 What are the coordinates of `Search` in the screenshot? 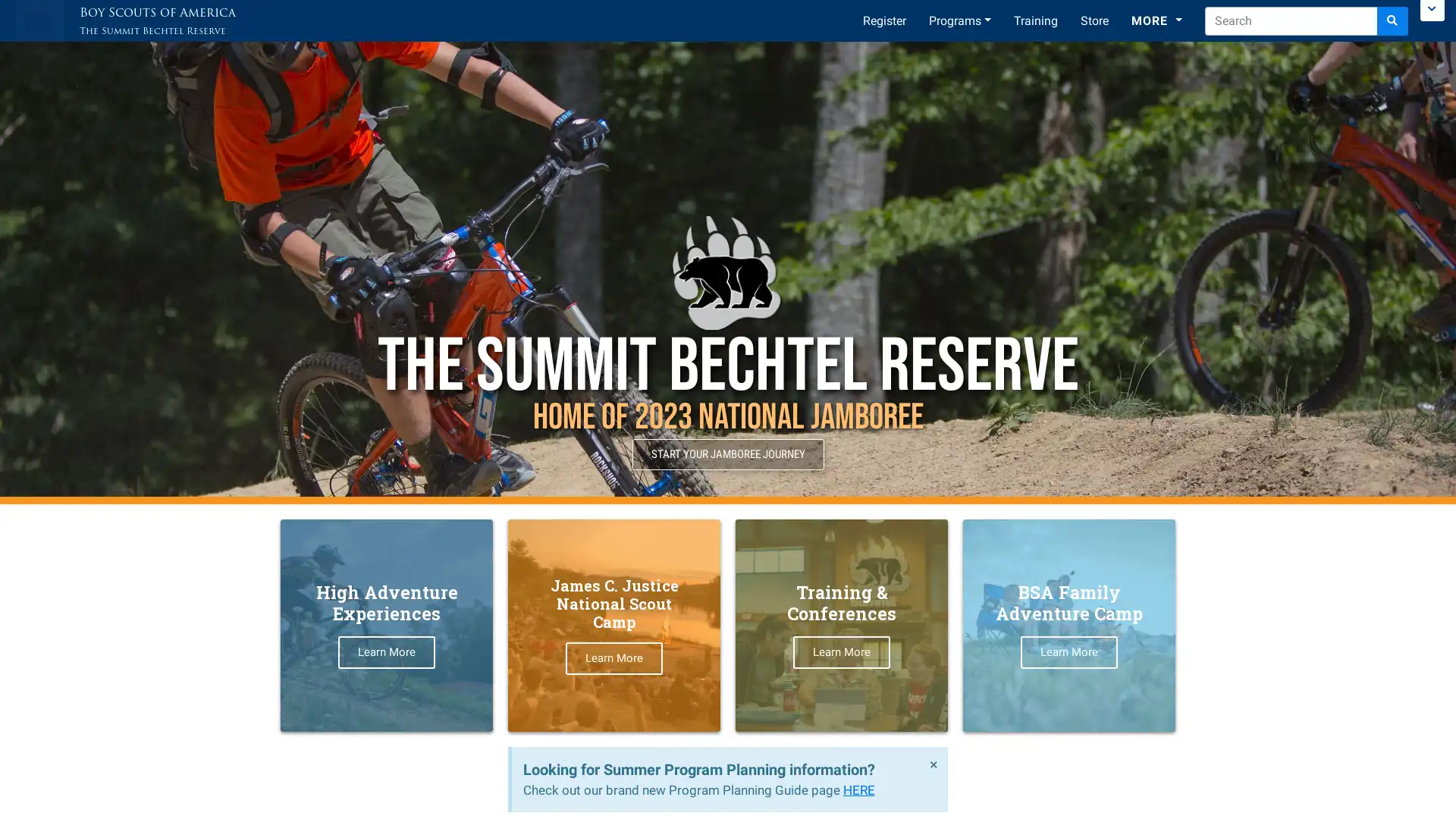 It's located at (1392, 20).